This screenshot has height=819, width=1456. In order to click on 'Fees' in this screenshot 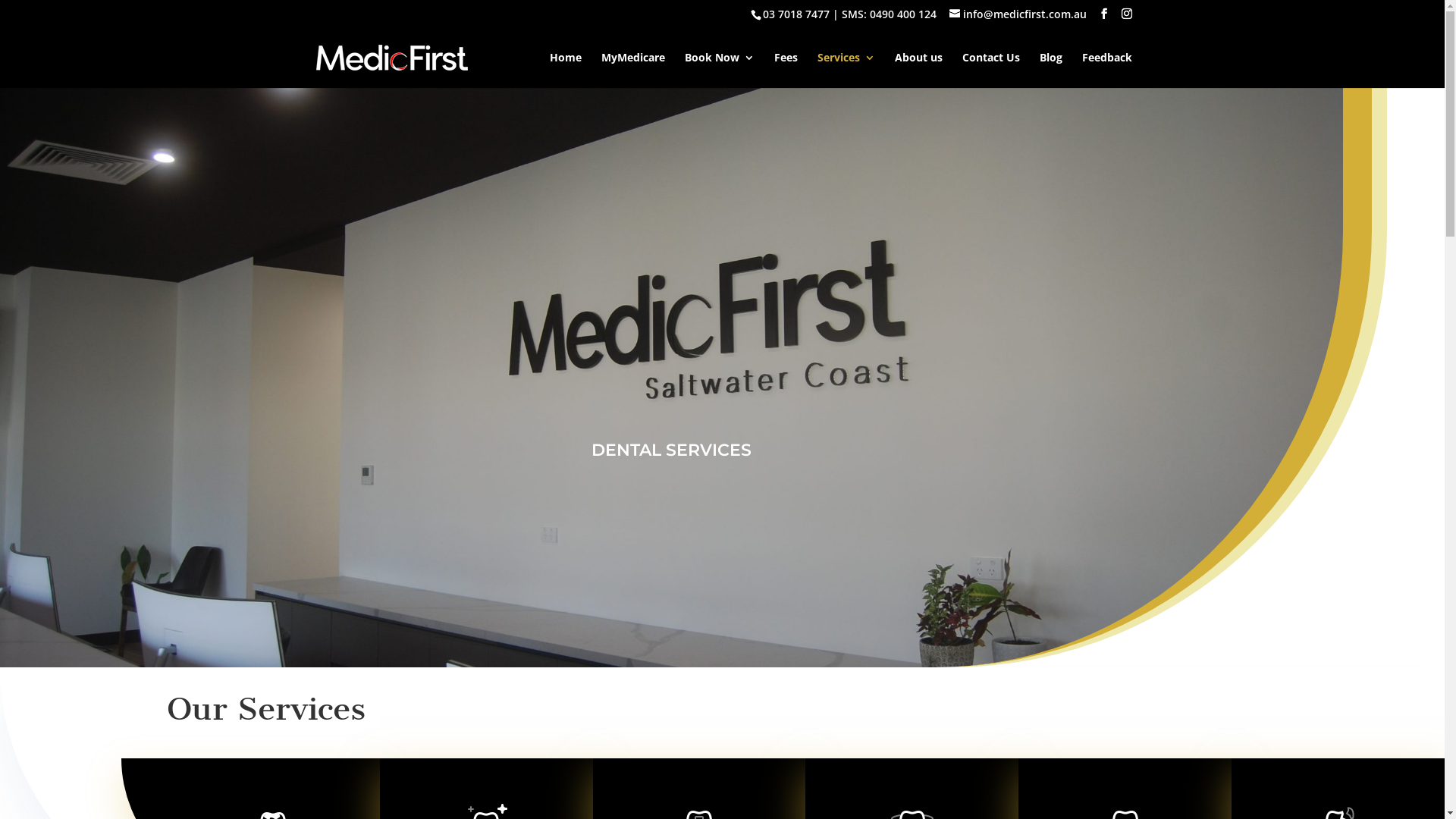, I will do `click(785, 70)`.